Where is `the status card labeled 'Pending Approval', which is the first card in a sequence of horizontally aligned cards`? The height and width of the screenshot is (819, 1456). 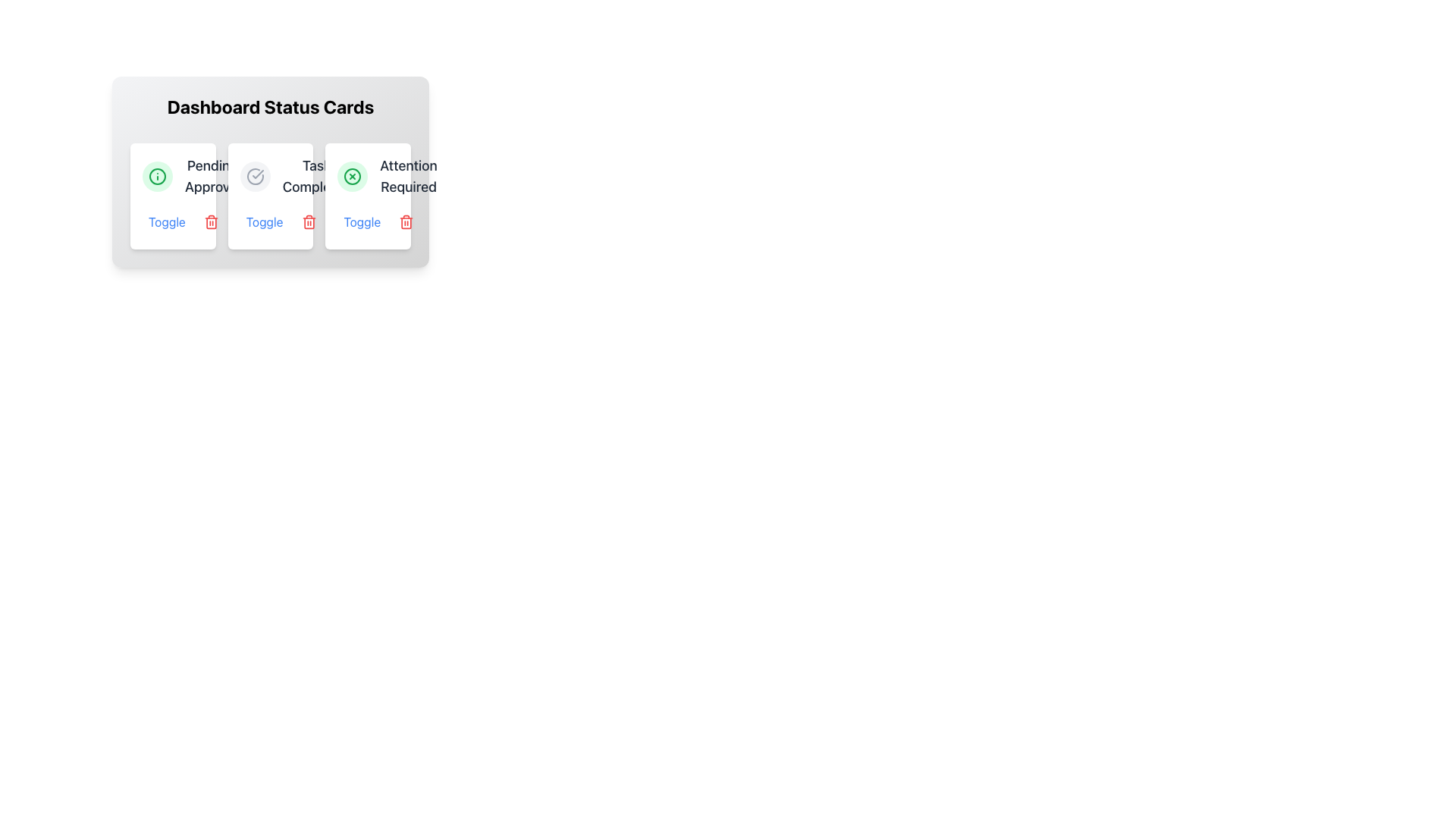
the status card labeled 'Pending Approval', which is the first card in a sequence of horizontally aligned cards is located at coordinates (173, 175).